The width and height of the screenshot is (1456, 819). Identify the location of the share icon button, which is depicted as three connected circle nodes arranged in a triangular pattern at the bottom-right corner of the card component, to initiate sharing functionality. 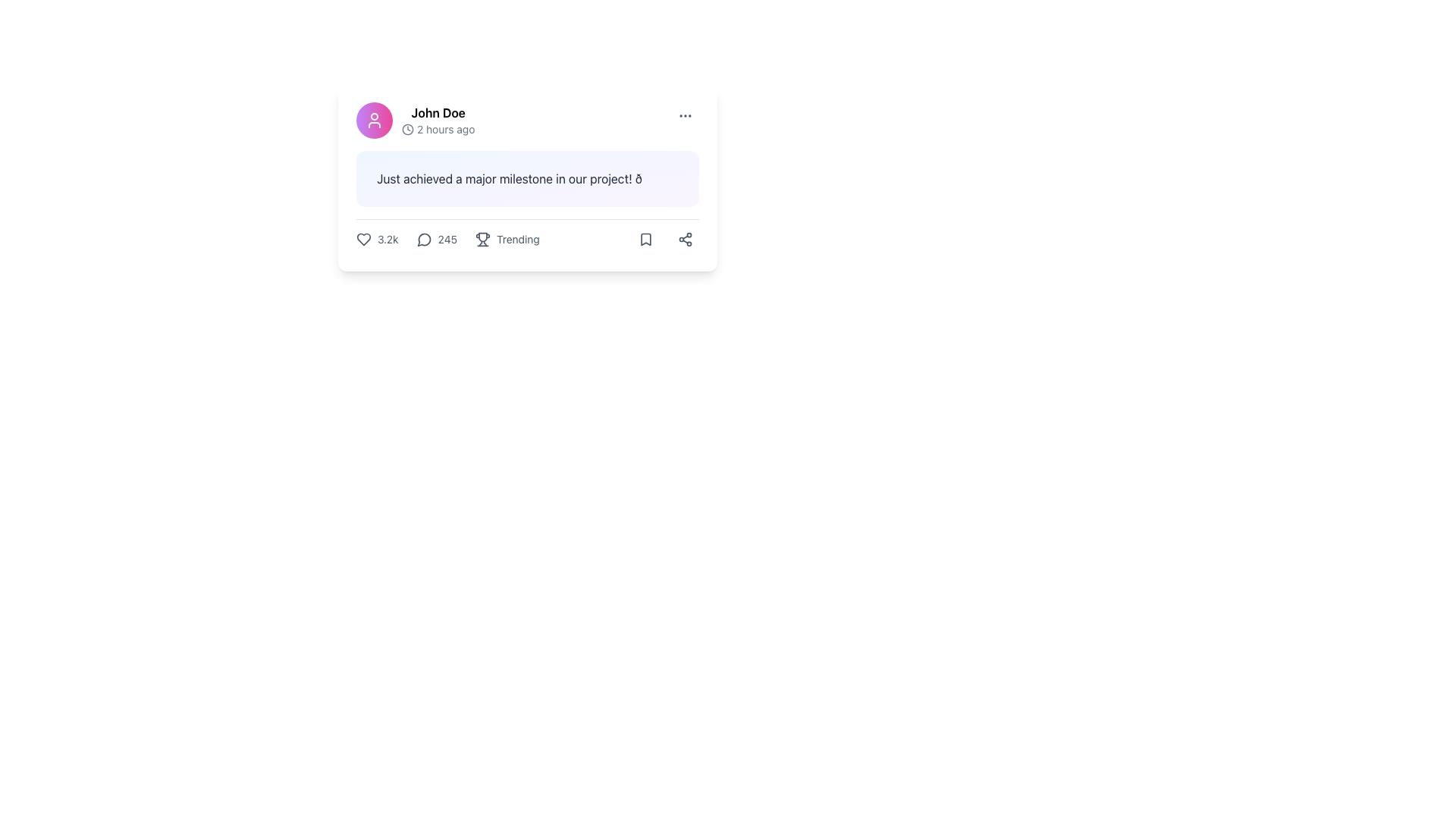
(684, 239).